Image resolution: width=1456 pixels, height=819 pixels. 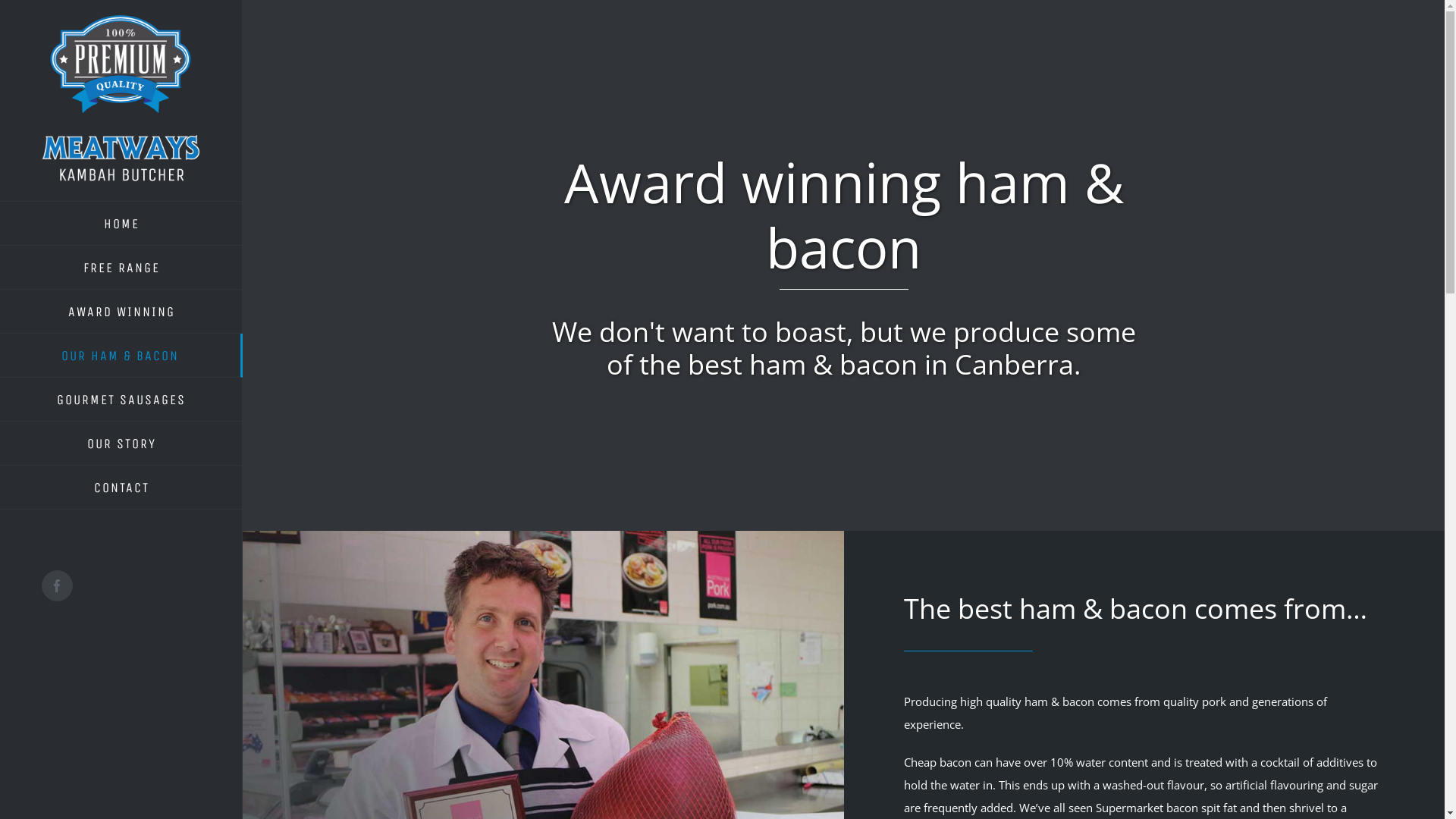 What do you see at coordinates (120, 444) in the screenshot?
I see `'OUR STORY'` at bounding box center [120, 444].